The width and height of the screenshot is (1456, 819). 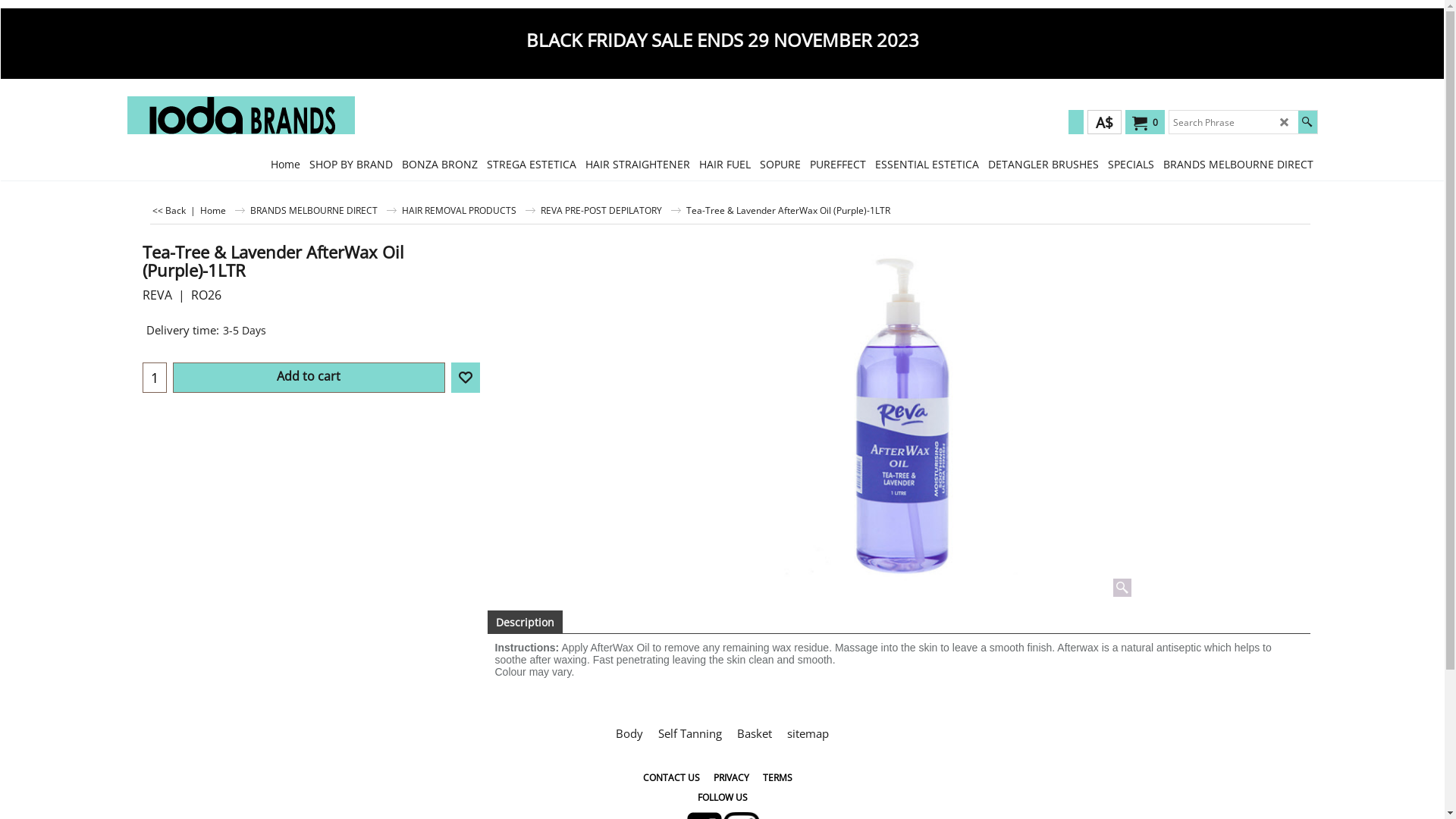 I want to click on 'HAIR STRAIGHTENER', so click(x=637, y=163).